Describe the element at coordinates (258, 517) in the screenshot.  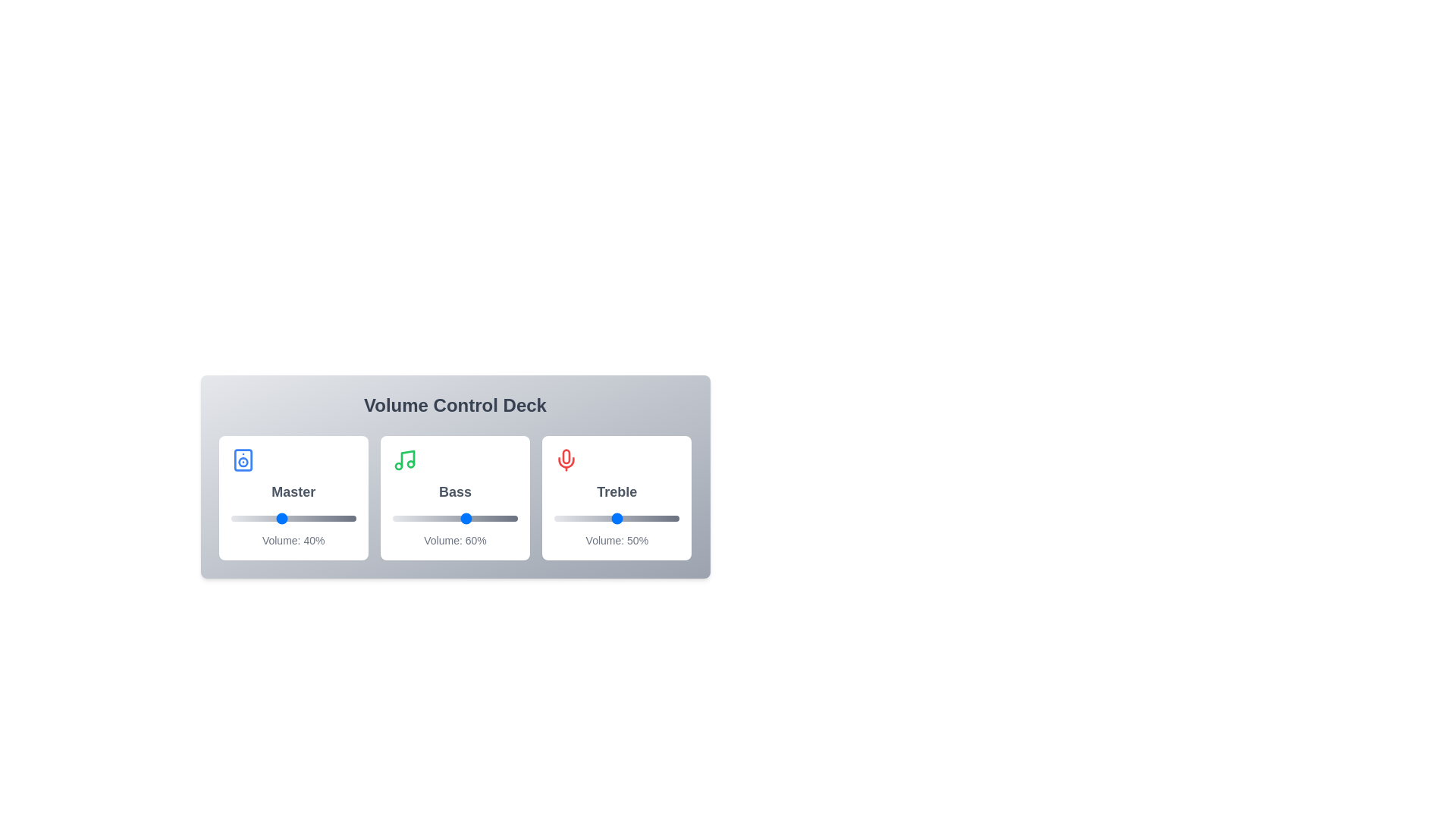
I see `the Master volume slider to 22%` at that location.